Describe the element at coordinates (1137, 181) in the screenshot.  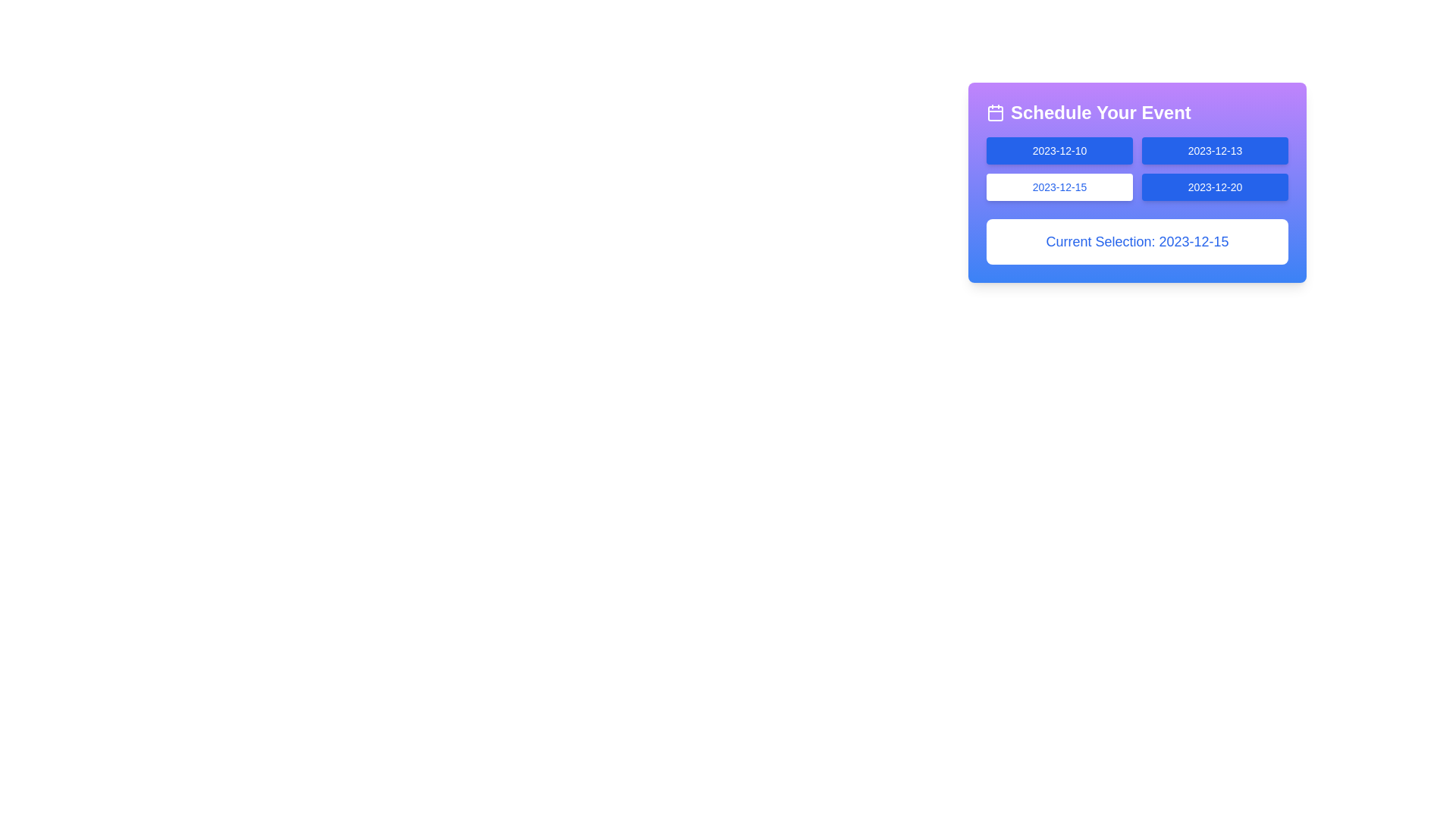
I see `the selectable date buttons in the Interactive Section with the title 'Schedule Your Event', specifically targeting the highlighted date '2023-12-15'` at that location.